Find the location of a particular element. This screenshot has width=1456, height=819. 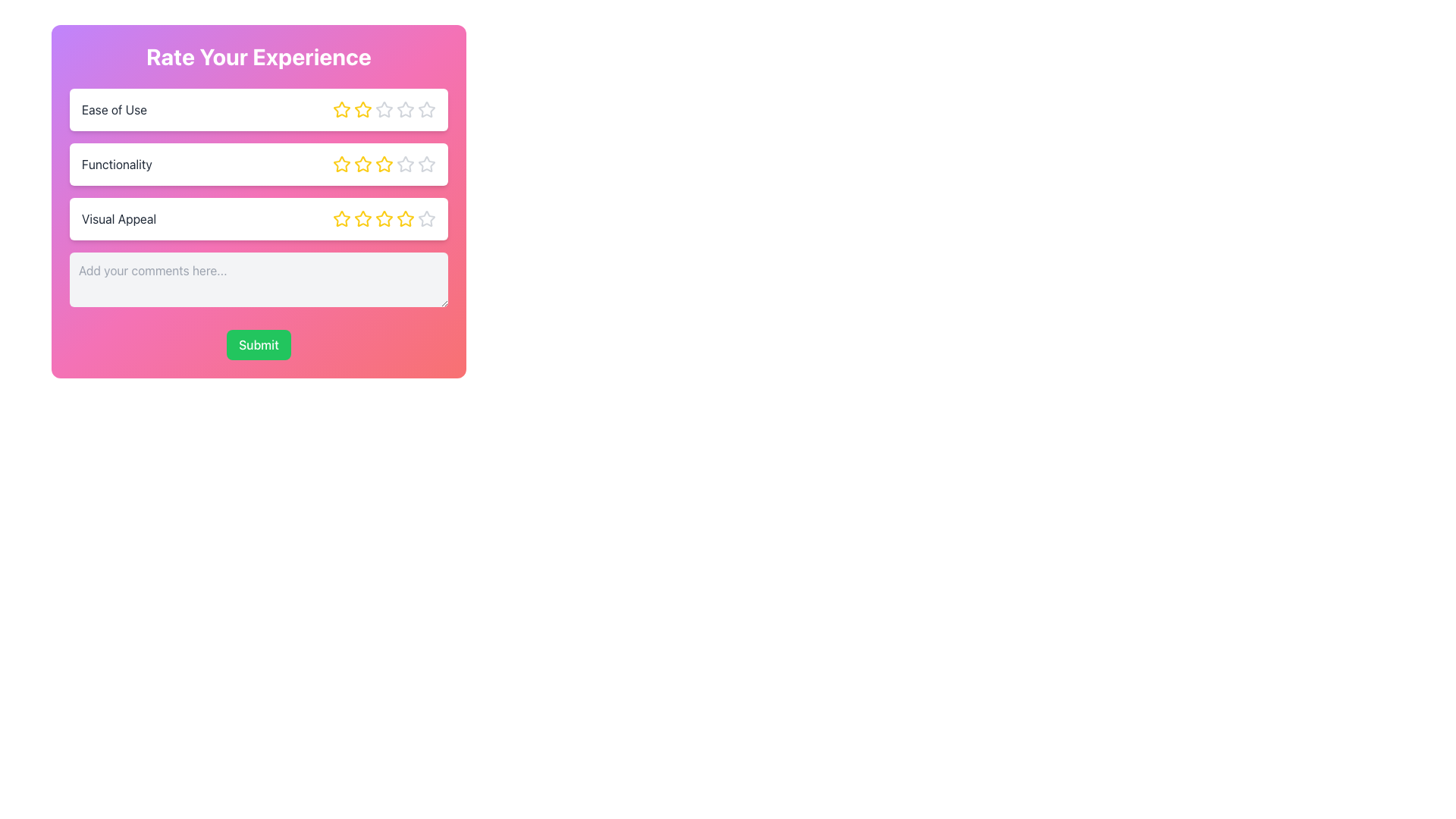

the fourth star icon in the 'Visual Appeal' row of the rating form to set the rating level is located at coordinates (405, 218).